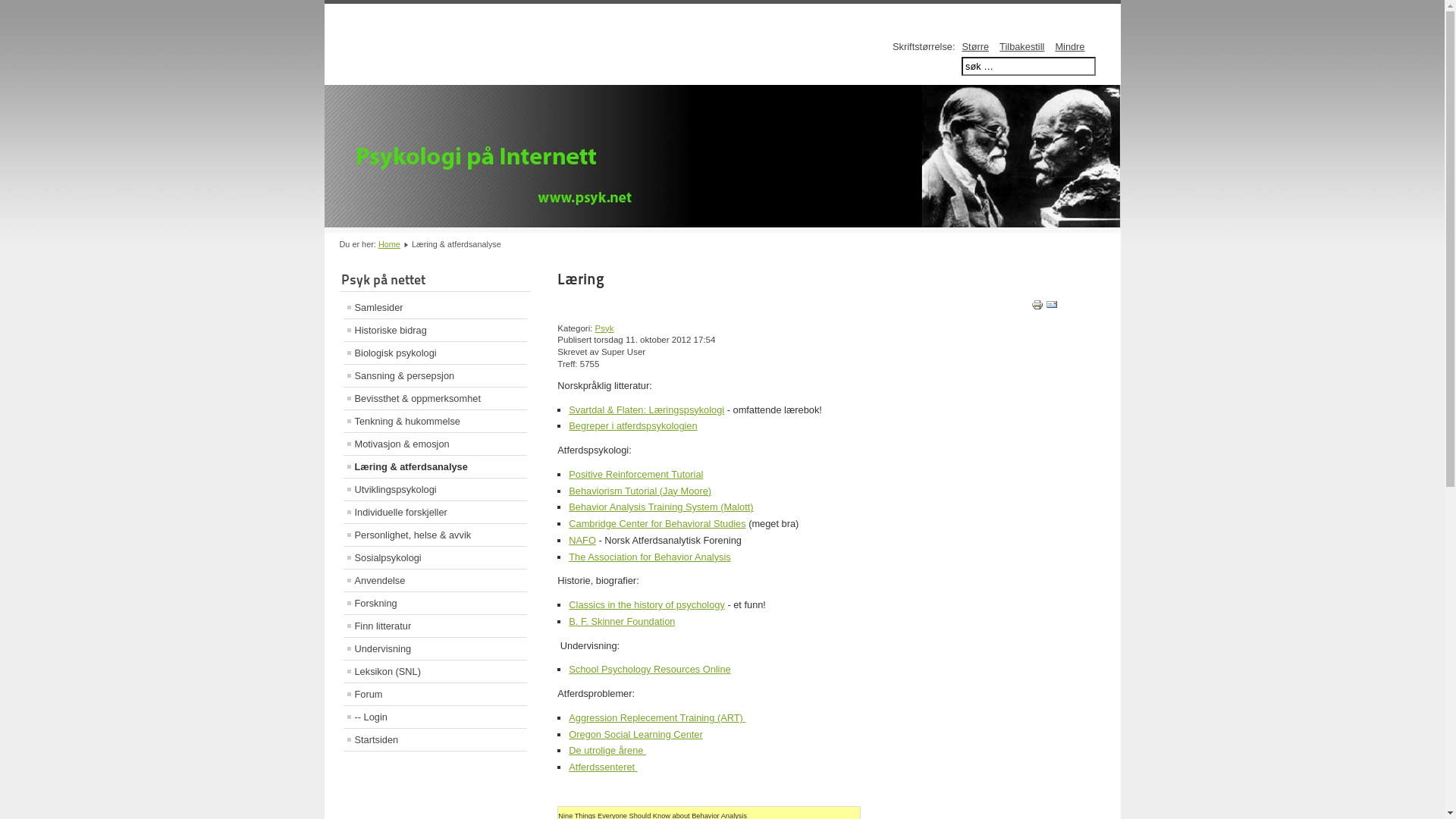  What do you see at coordinates (434, 353) in the screenshot?
I see `'Biologisk psykologi'` at bounding box center [434, 353].